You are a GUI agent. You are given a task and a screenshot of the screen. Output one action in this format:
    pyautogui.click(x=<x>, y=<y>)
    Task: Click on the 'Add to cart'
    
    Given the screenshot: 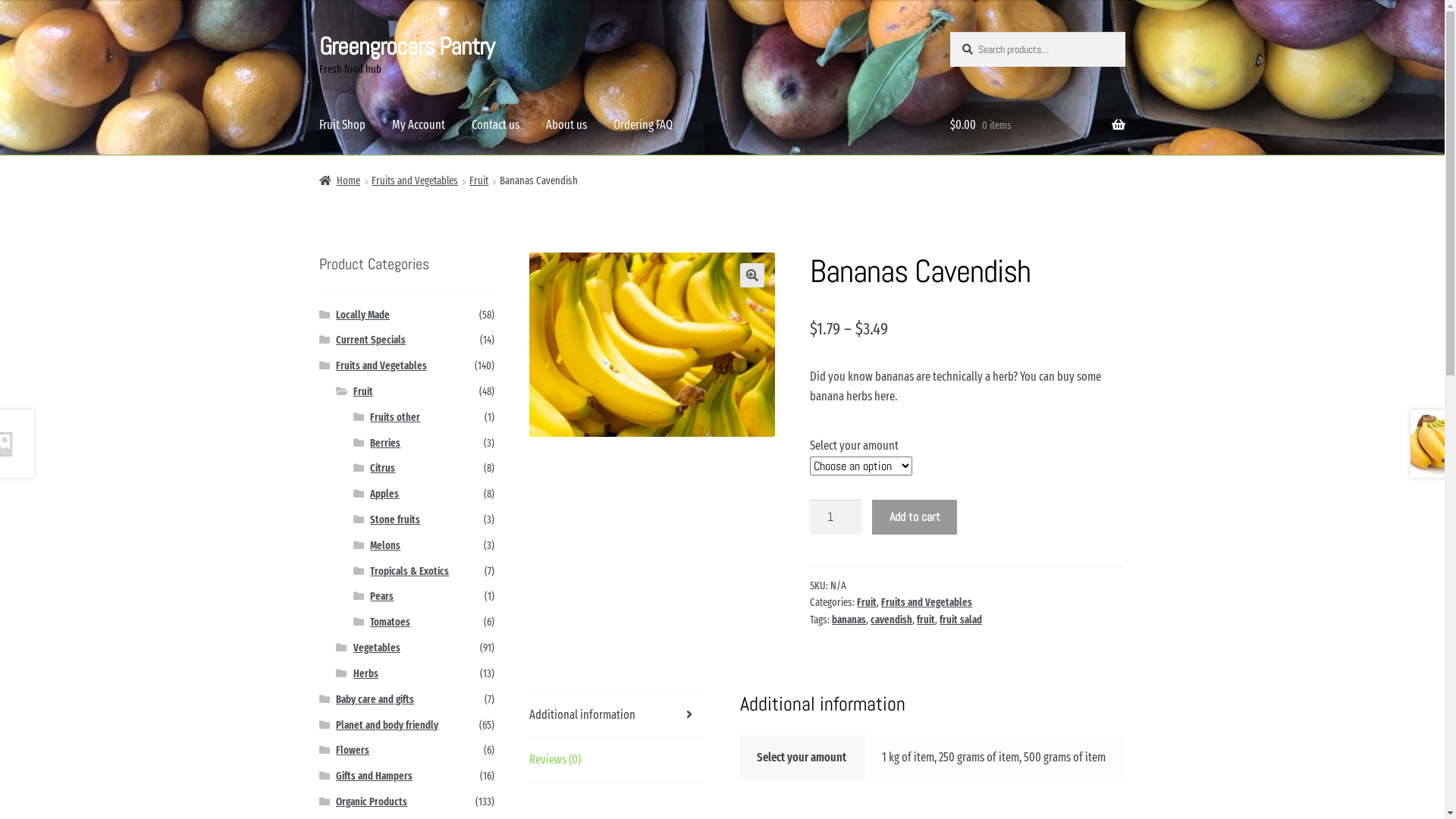 What is the action you would take?
    pyautogui.click(x=913, y=516)
    